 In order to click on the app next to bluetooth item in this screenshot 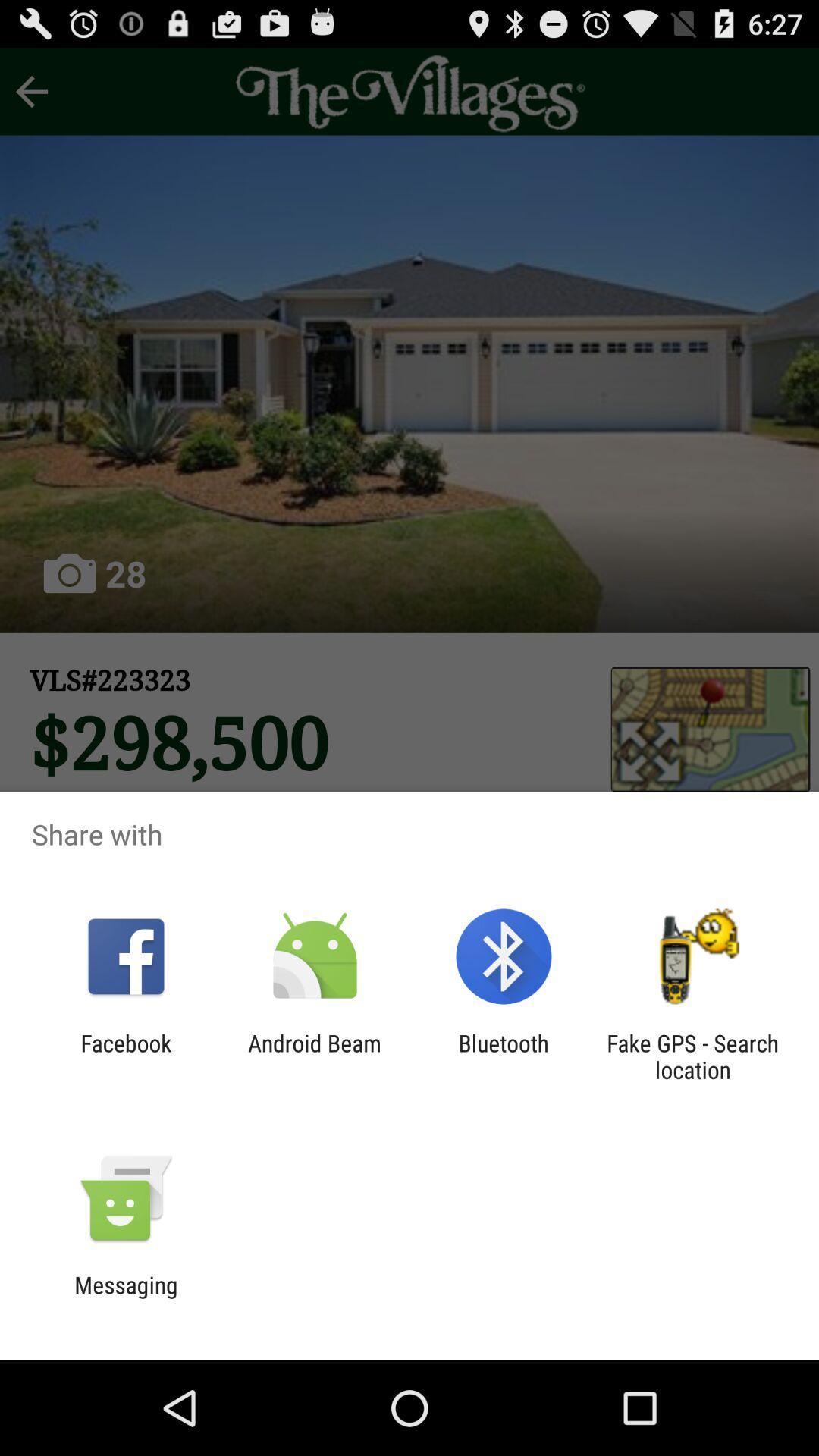, I will do `click(314, 1056)`.